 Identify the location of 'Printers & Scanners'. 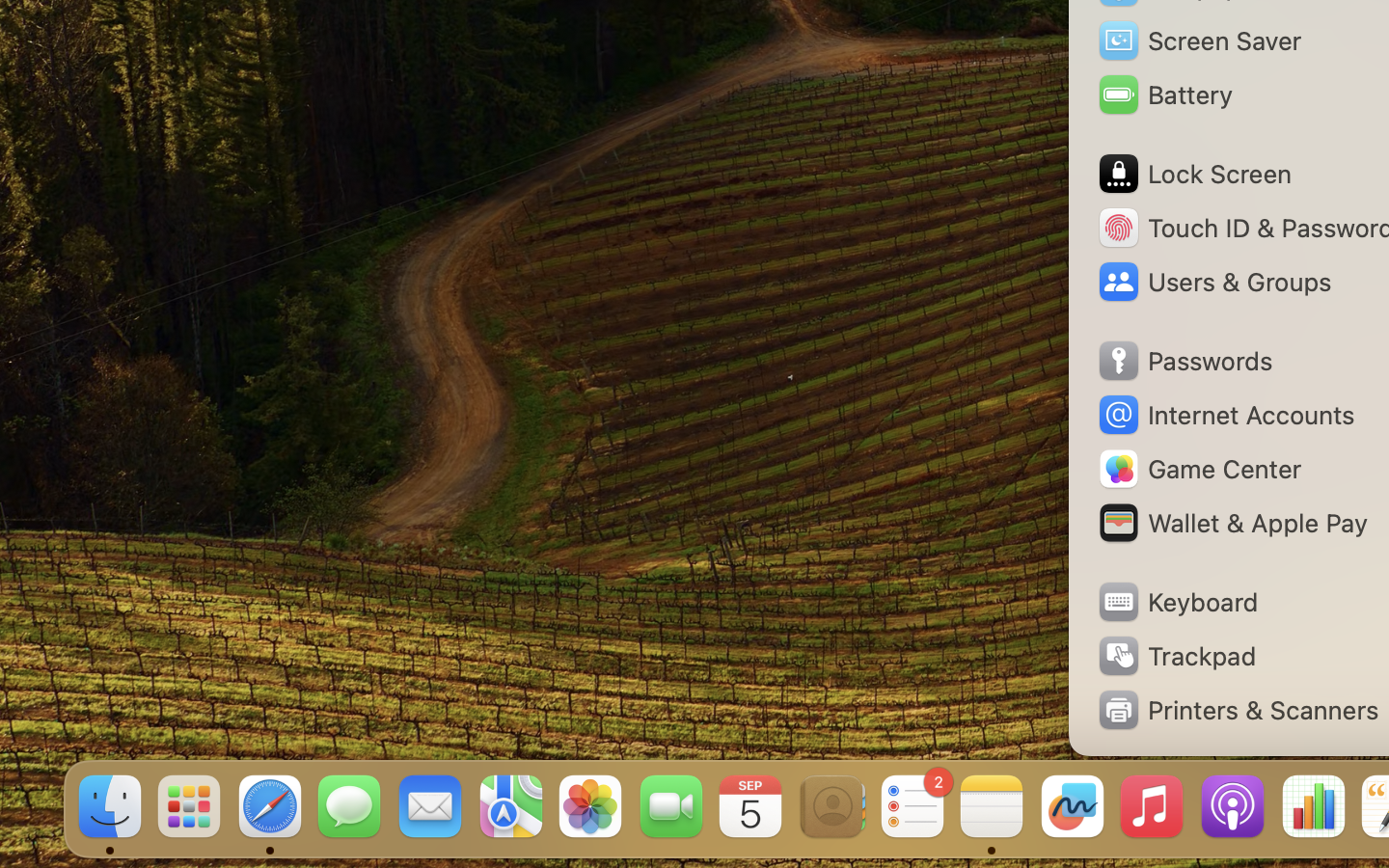
(1238, 709).